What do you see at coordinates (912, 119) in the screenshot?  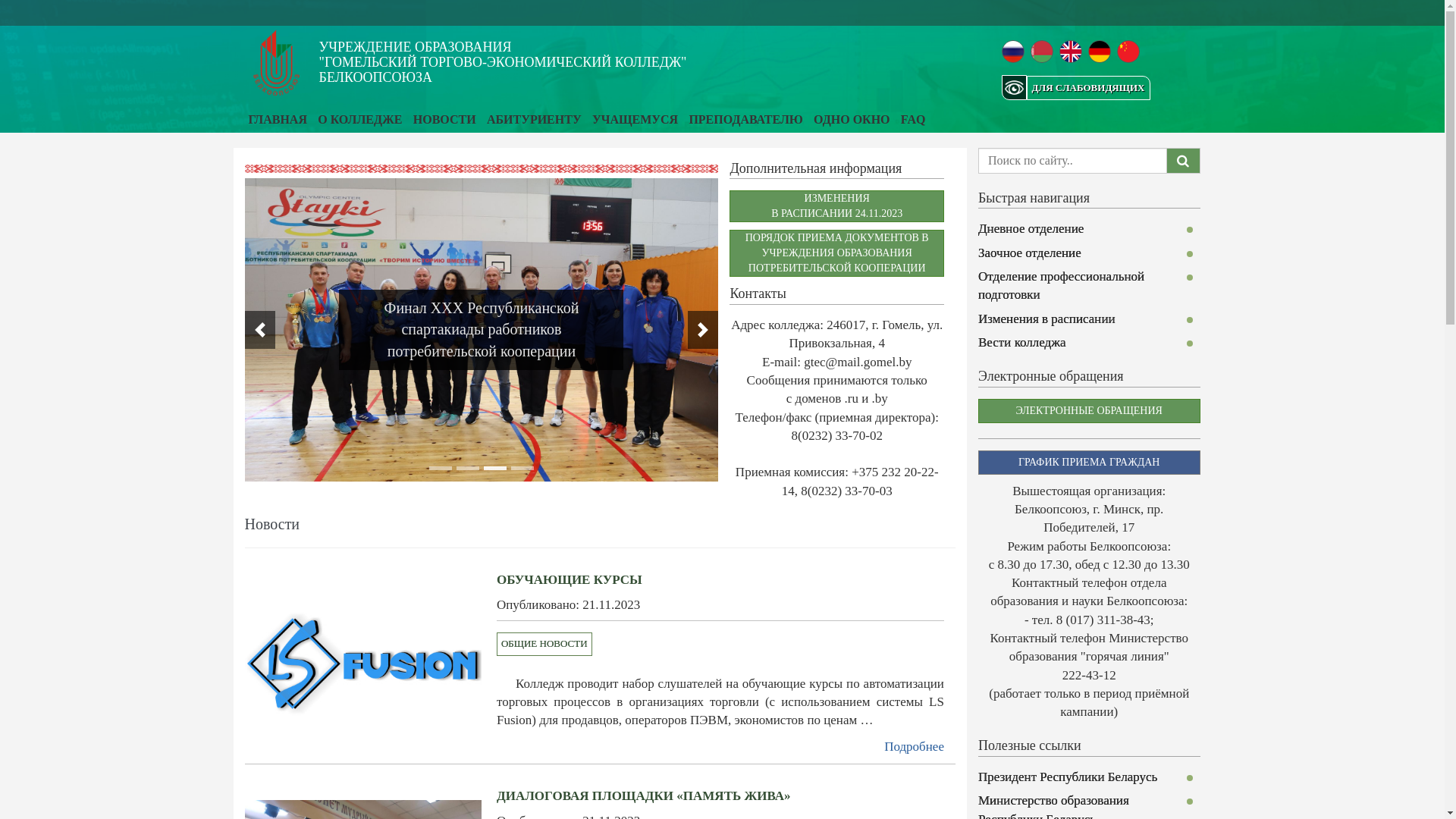 I see `'FAQ'` at bounding box center [912, 119].